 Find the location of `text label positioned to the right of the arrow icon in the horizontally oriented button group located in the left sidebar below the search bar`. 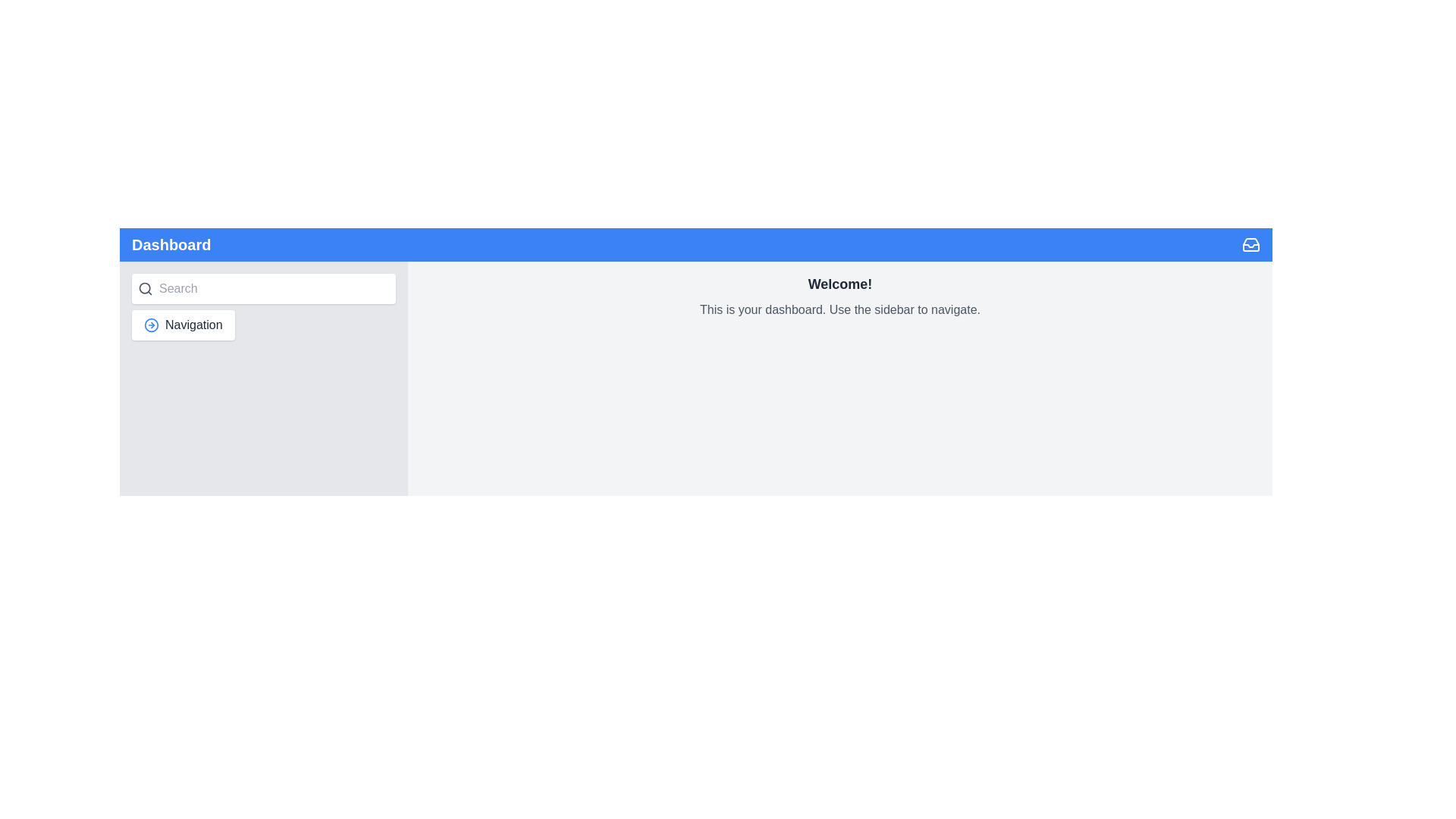

text label positioned to the right of the arrow icon in the horizontally oriented button group located in the left sidebar below the search bar is located at coordinates (193, 324).